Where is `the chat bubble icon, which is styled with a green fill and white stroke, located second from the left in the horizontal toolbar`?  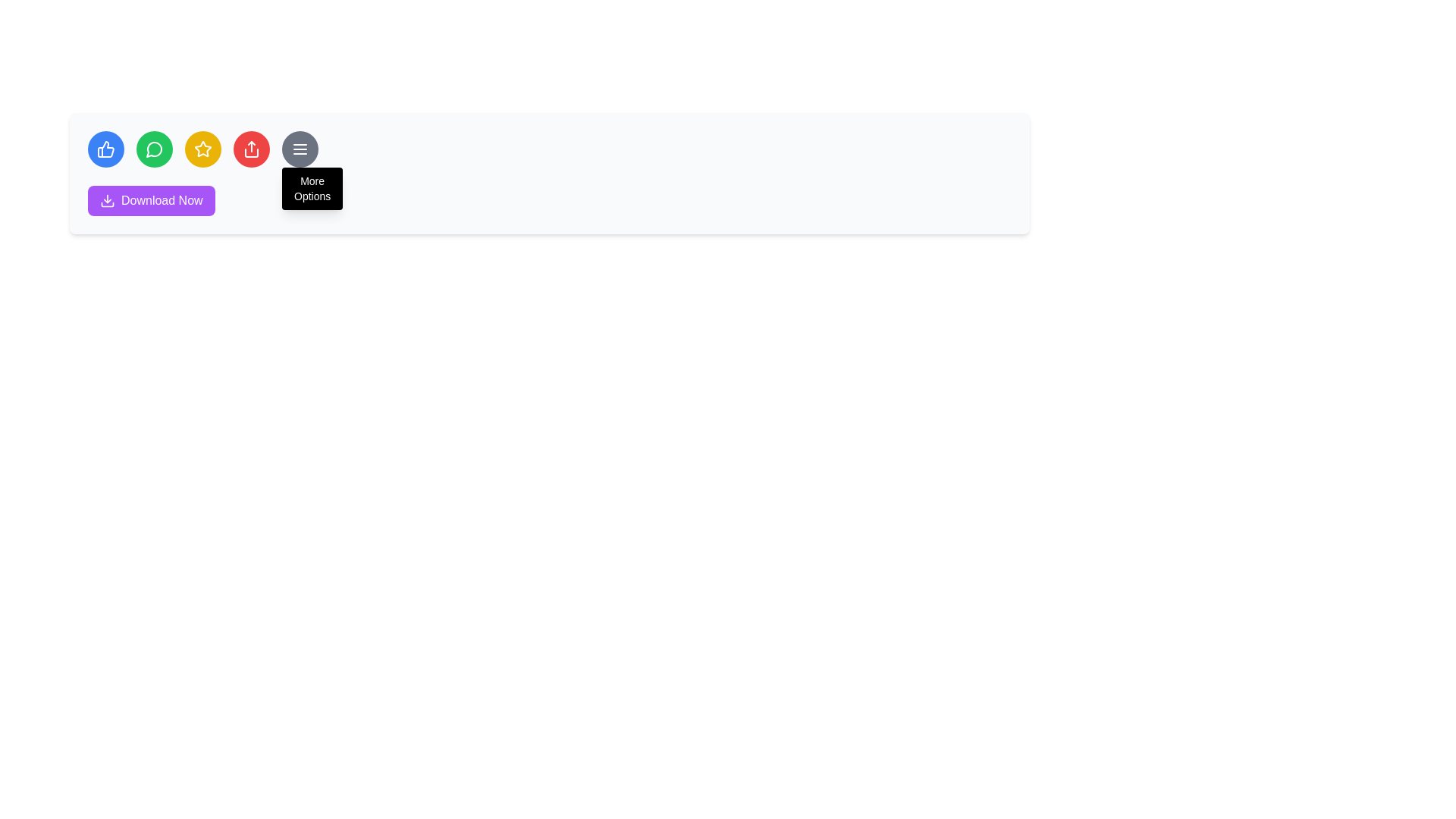
the chat bubble icon, which is styled with a green fill and white stroke, located second from the left in the horizontal toolbar is located at coordinates (154, 149).